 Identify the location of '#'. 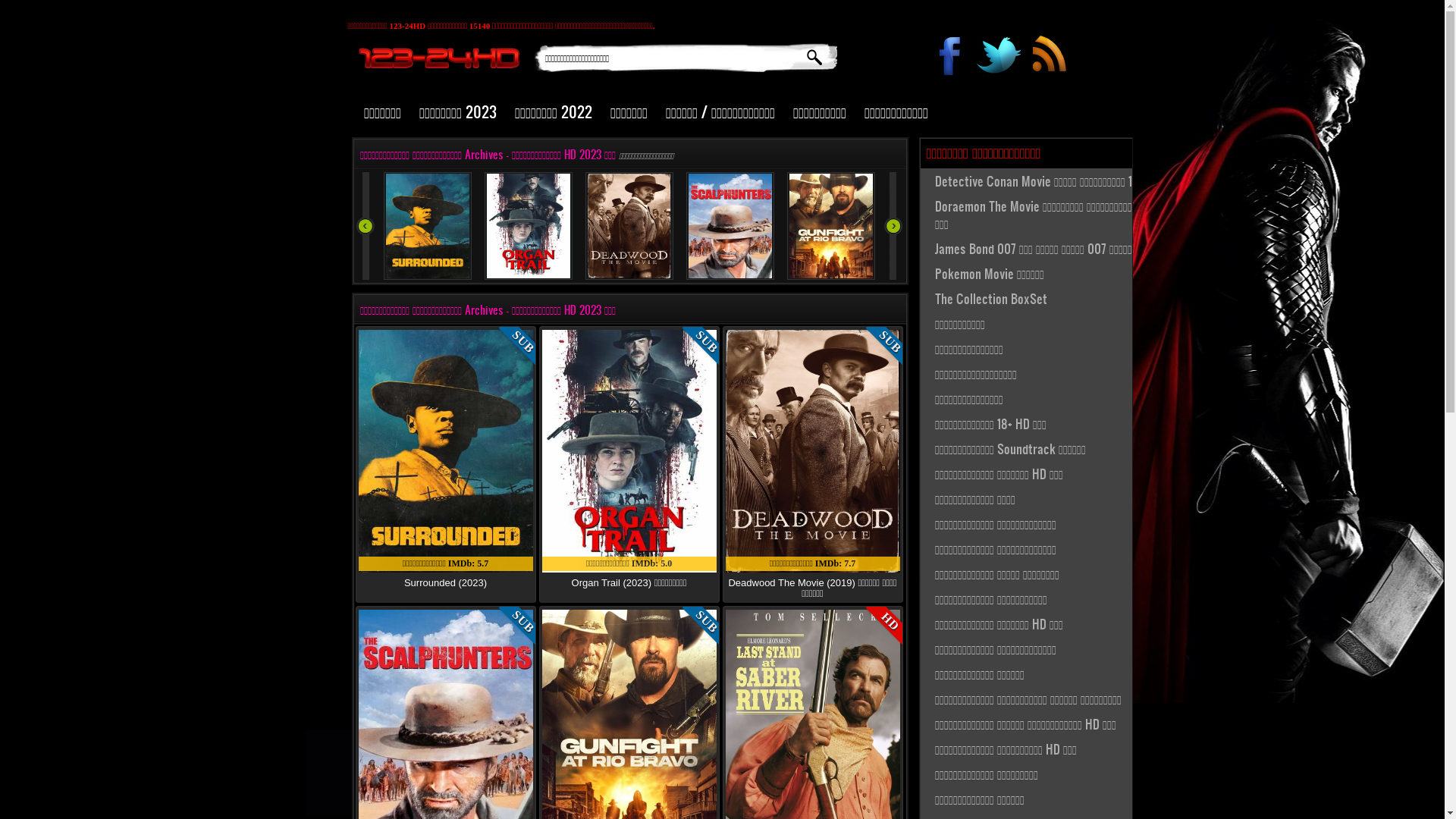
(1047, 58).